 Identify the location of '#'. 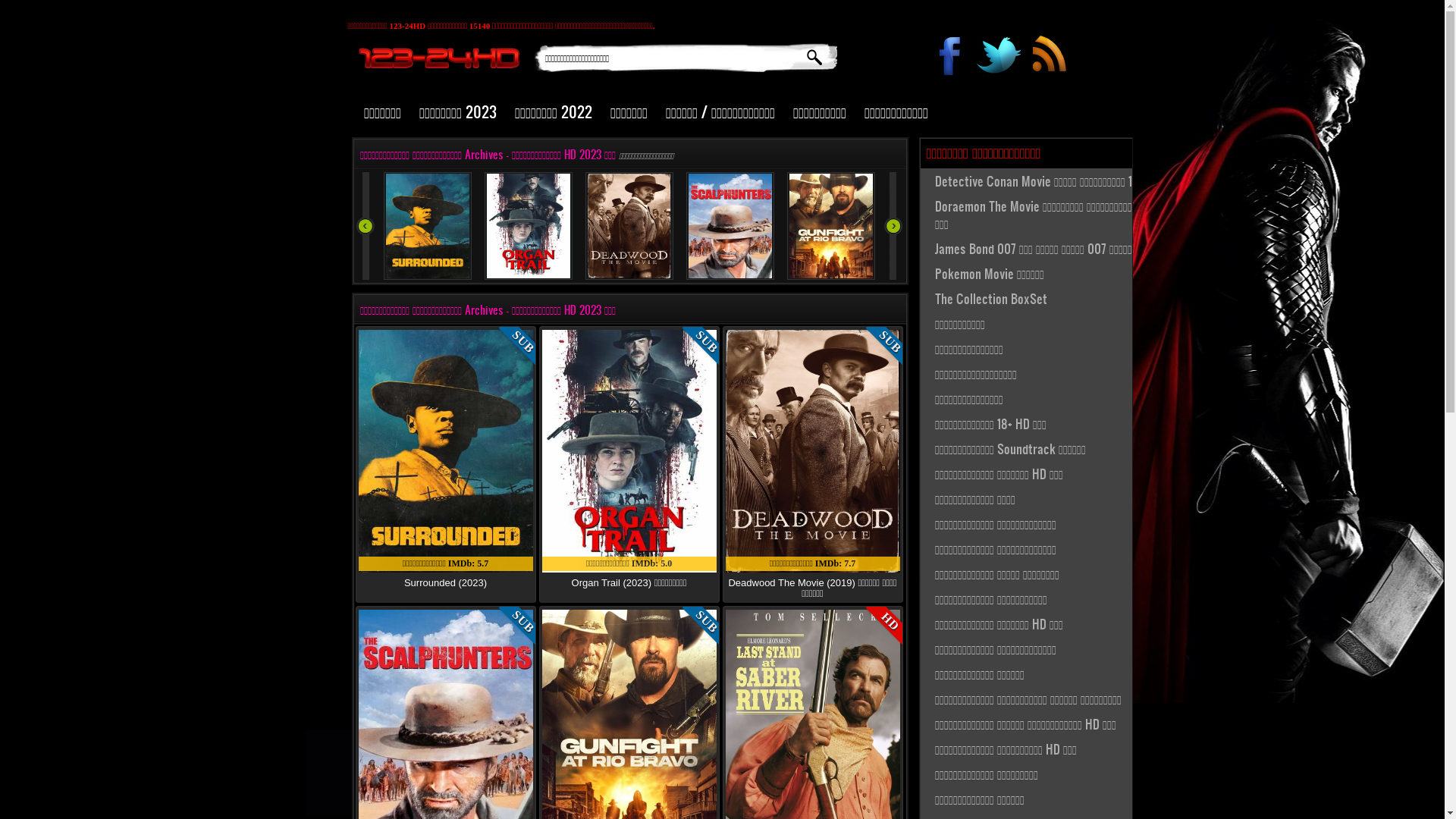
(1047, 58).